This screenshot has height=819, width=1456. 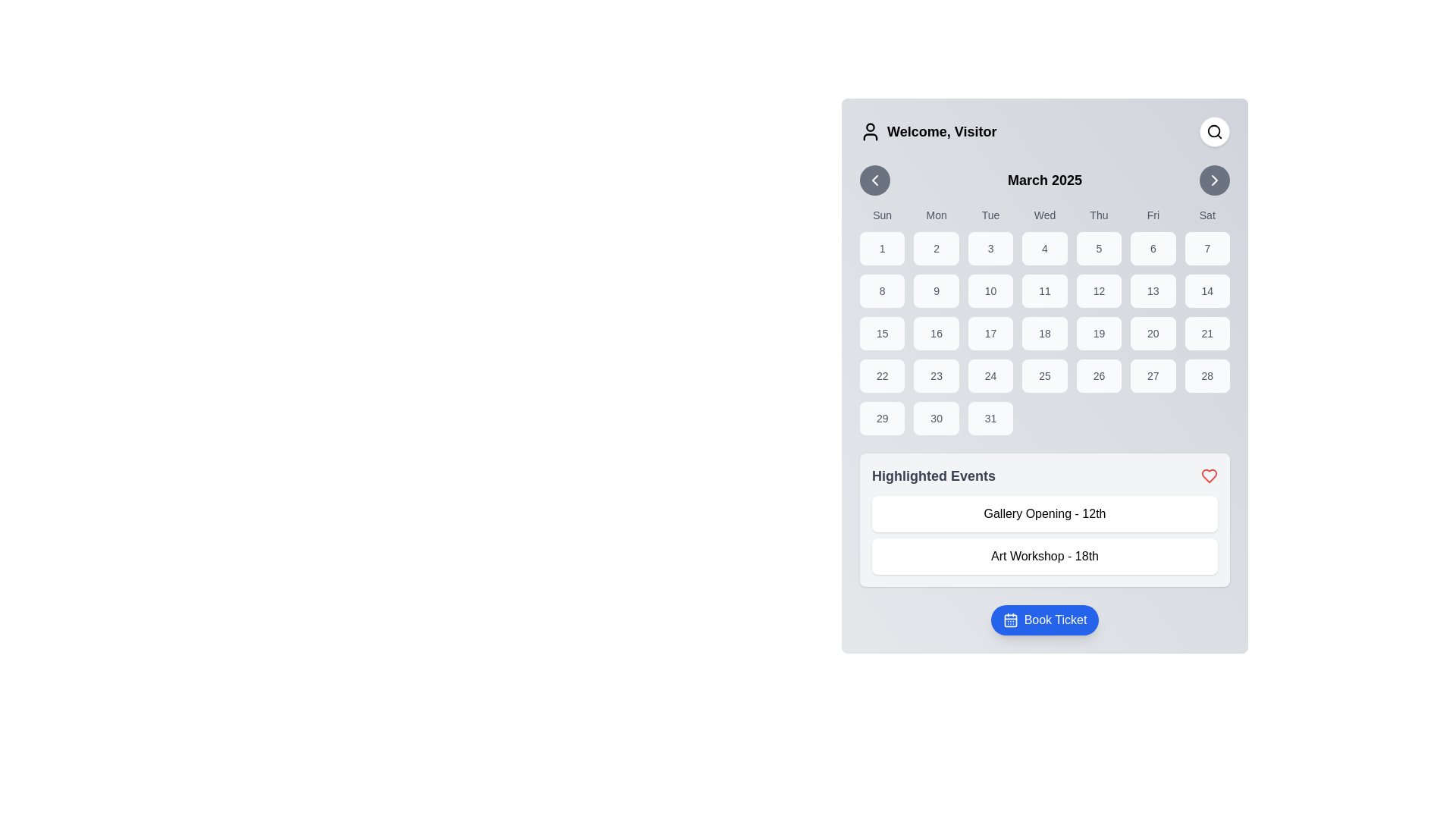 What do you see at coordinates (882, 375) in the screenshot?
I see `the button representing the 22nd day in the calendar grid` at bounding box center [882, 375].